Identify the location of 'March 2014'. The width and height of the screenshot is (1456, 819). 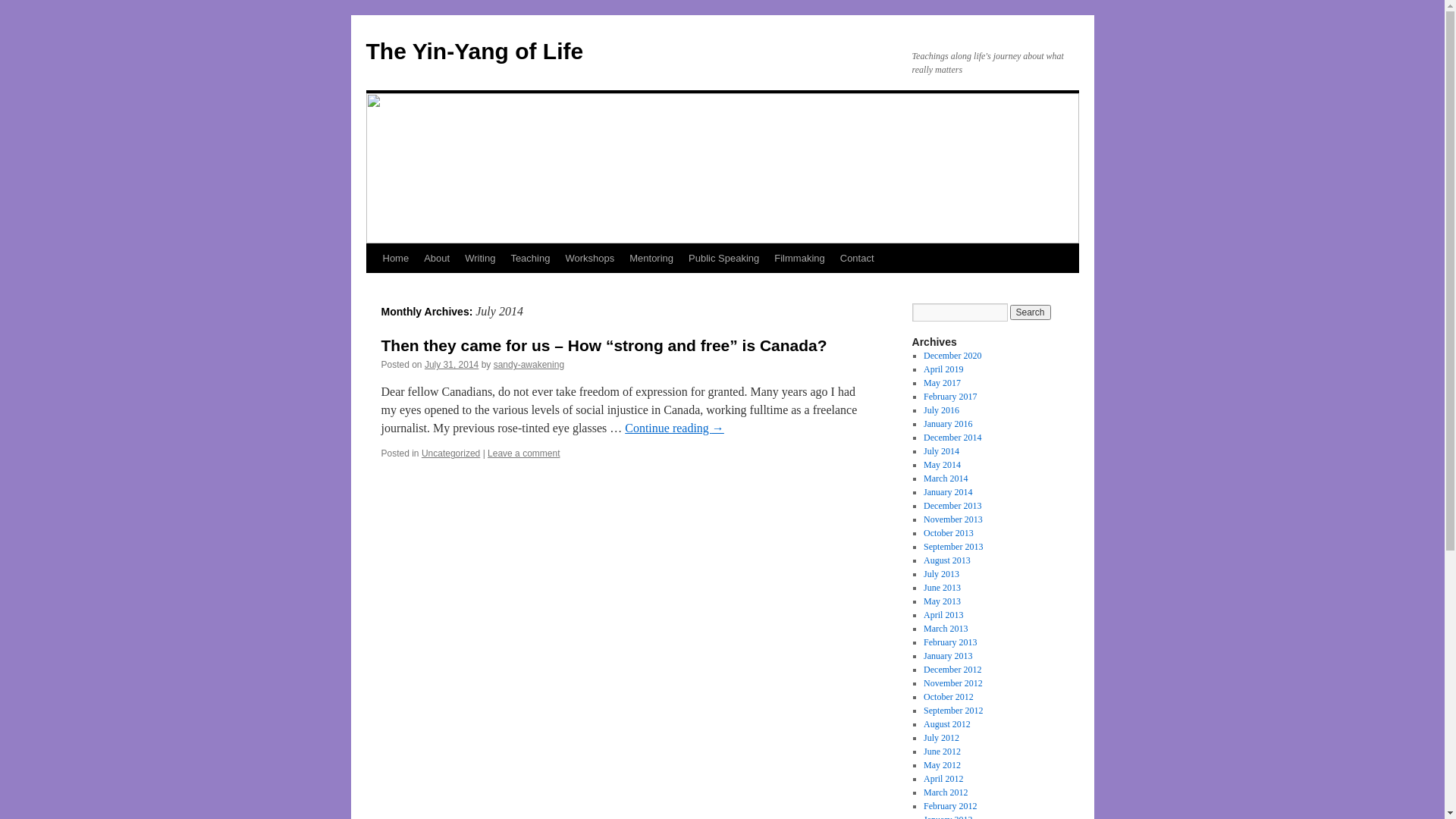
(945, 479).